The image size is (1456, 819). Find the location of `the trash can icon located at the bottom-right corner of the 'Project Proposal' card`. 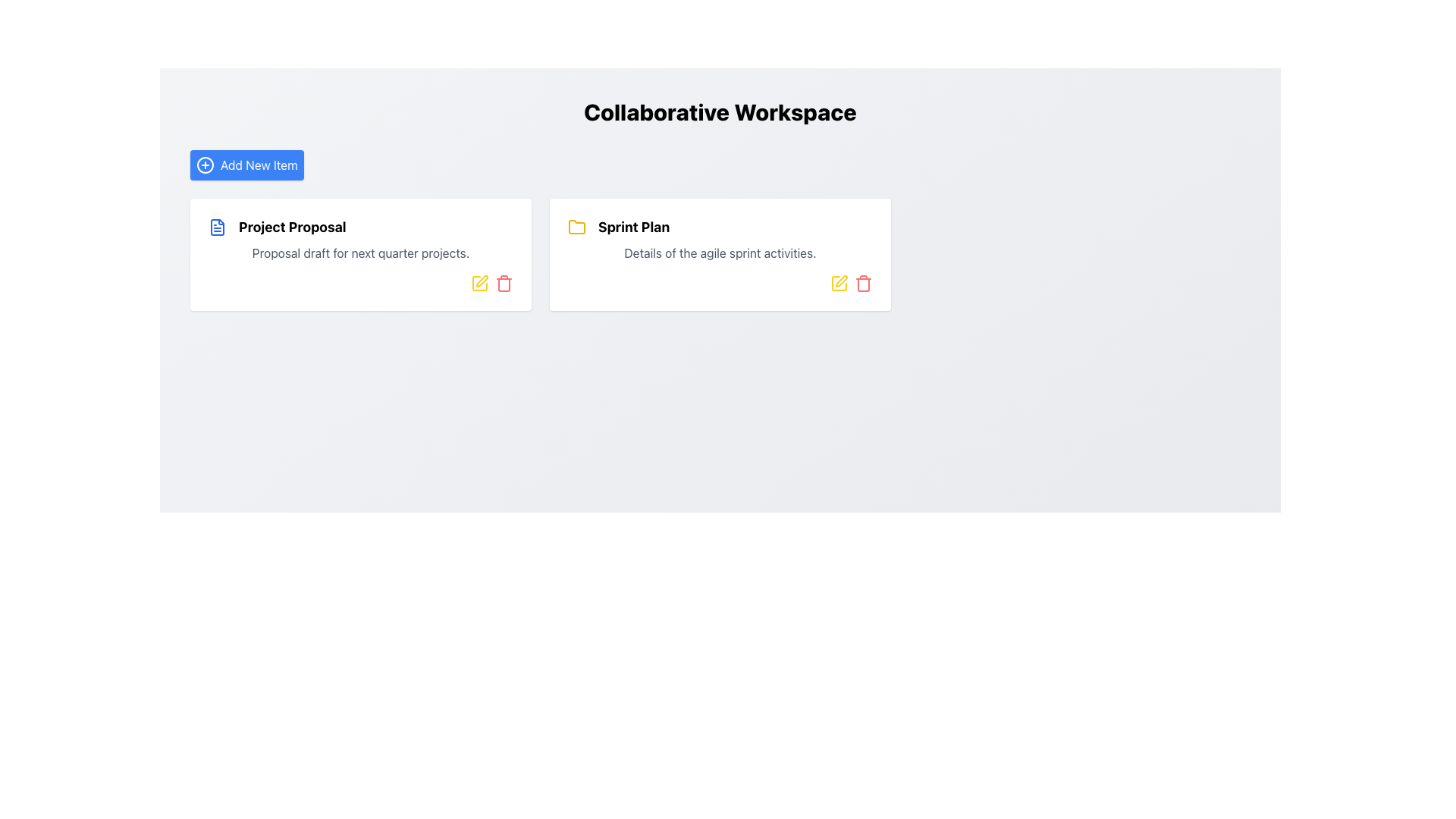

the trash can icon located at the bottom-right corner of the 'Project Proposal' card is located at coordinates (504, 284).